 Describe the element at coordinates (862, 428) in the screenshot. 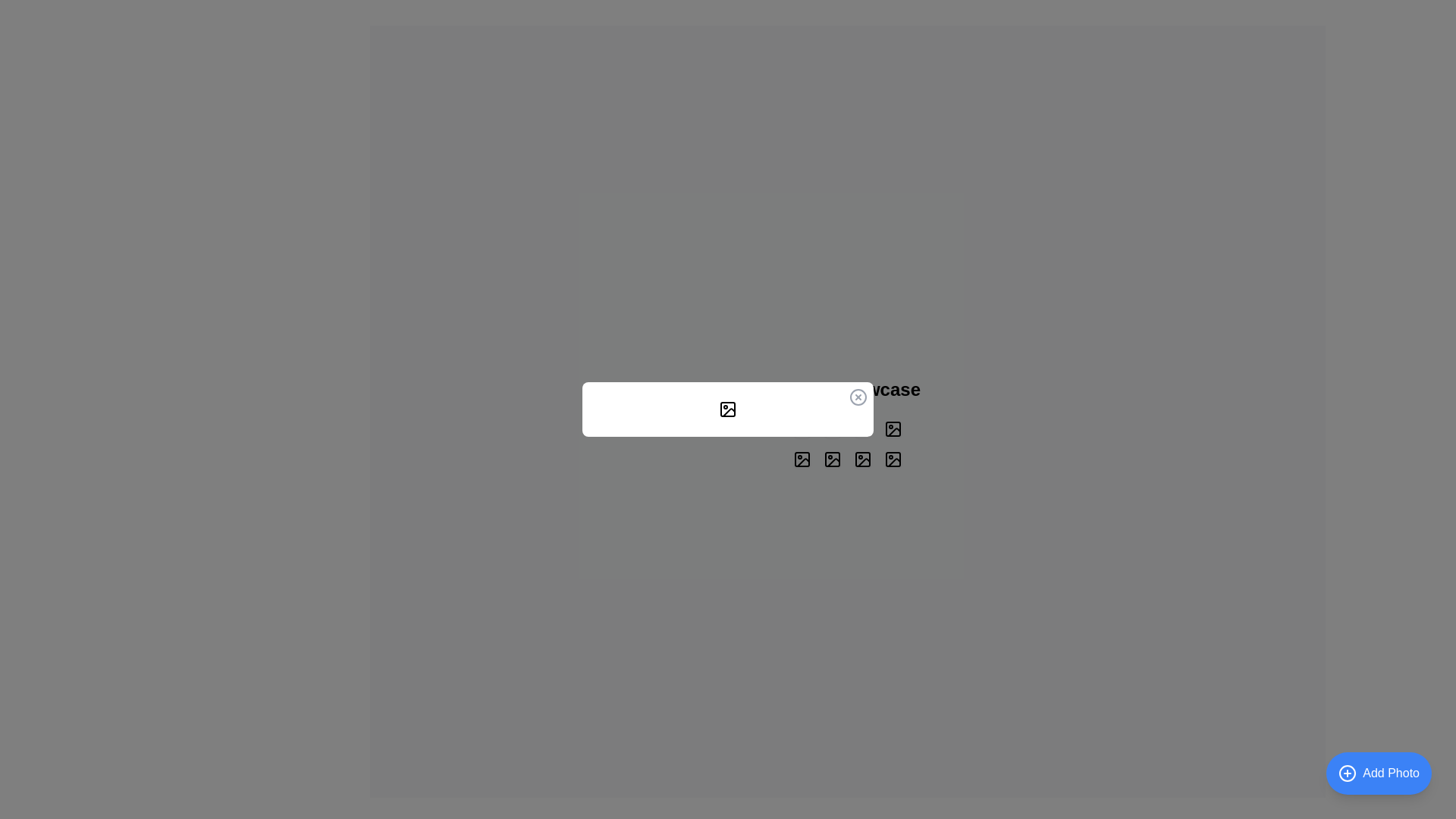

I see `the graphical circular component of the zoom or magnification icon located near the center-right of the interface` at that location.